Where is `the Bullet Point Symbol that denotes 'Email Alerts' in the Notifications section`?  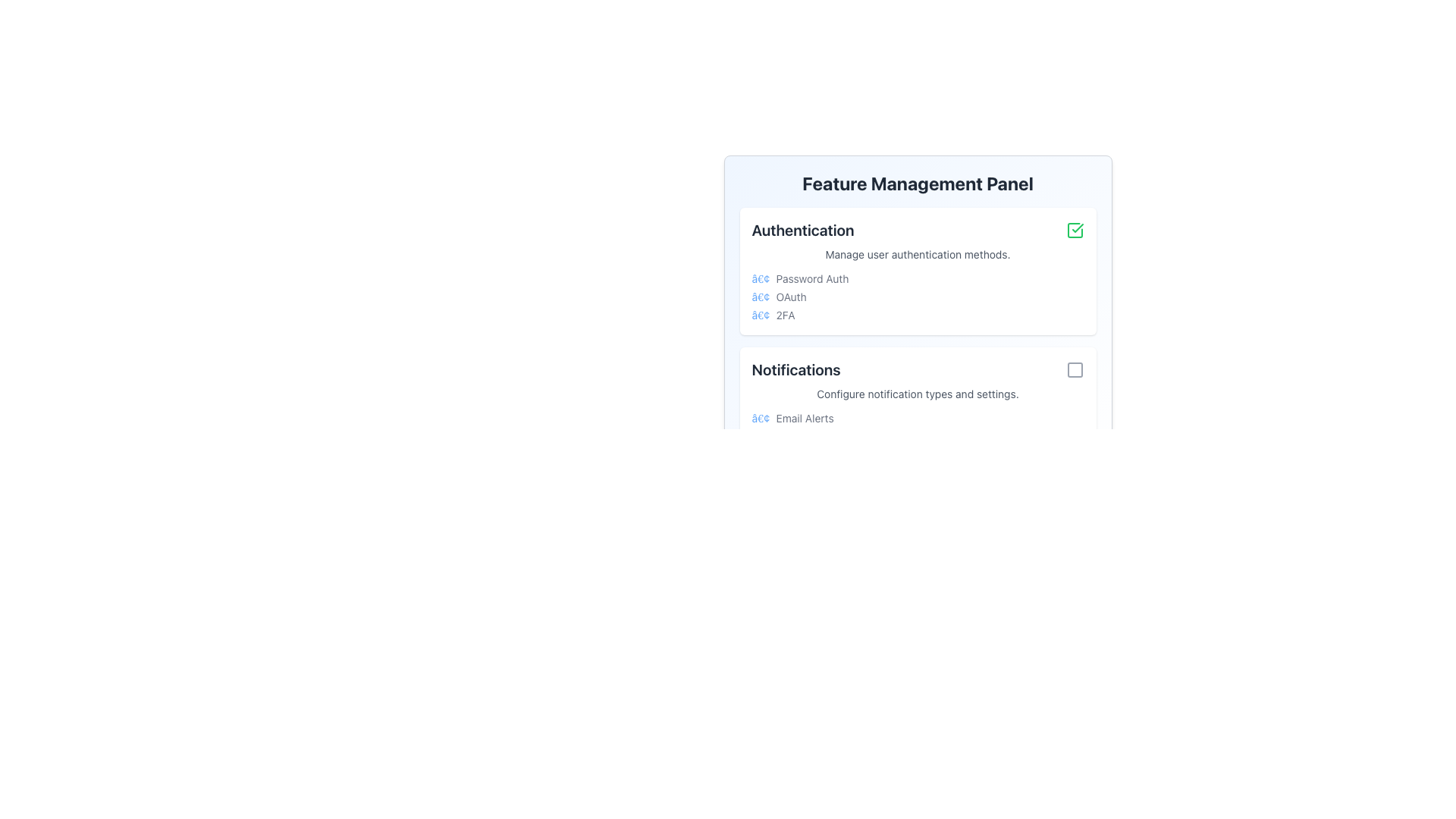 the Bullet Point Symbol that denotes 'Email Alerts' in the Notifications section is located at coordinates (761, 418).